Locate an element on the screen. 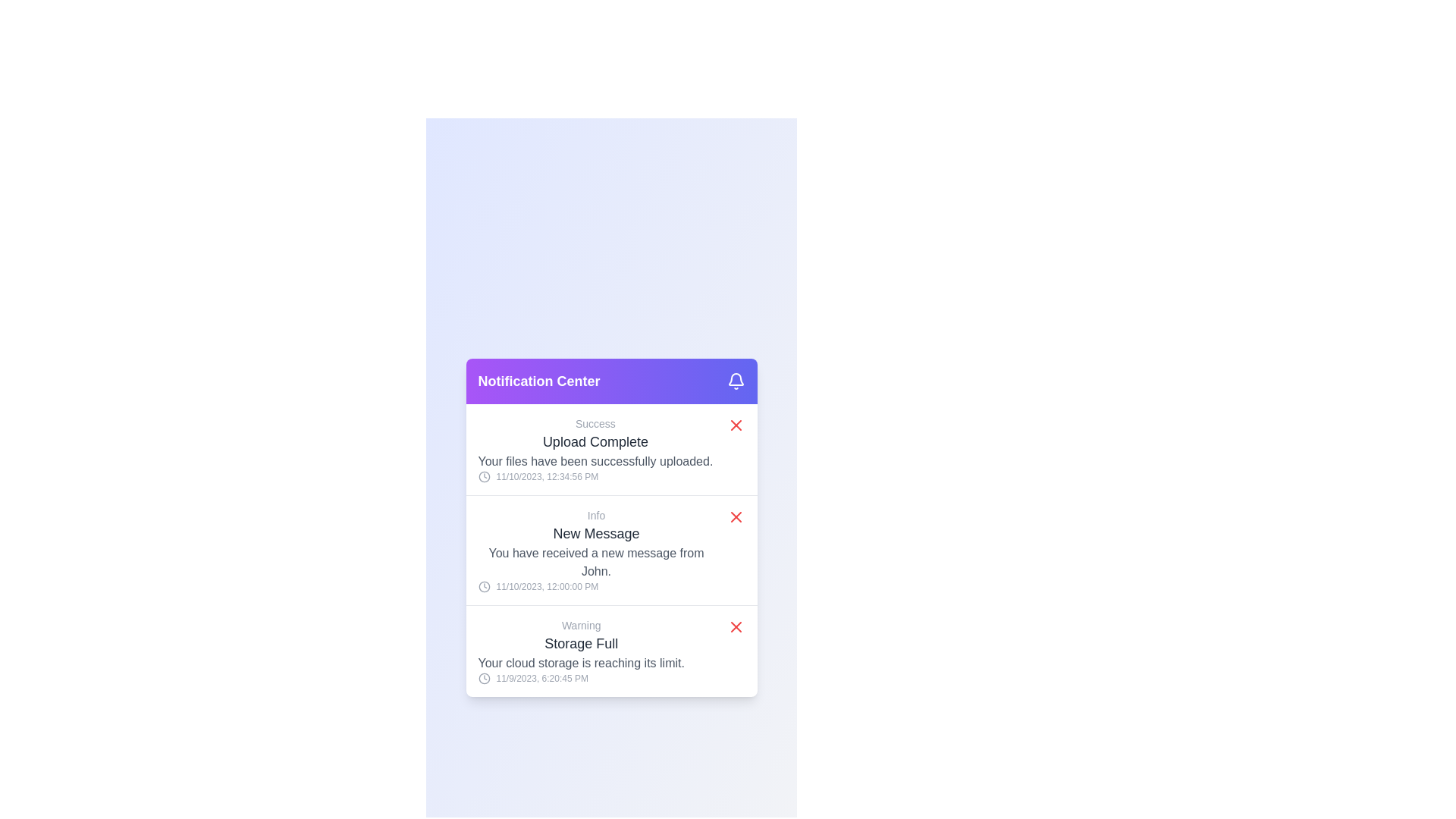 Image resolution: width=1456 pixels, height=819 pixels. the first success notification card located just below the purple header in the notification center is located at coordinates (595, 449).